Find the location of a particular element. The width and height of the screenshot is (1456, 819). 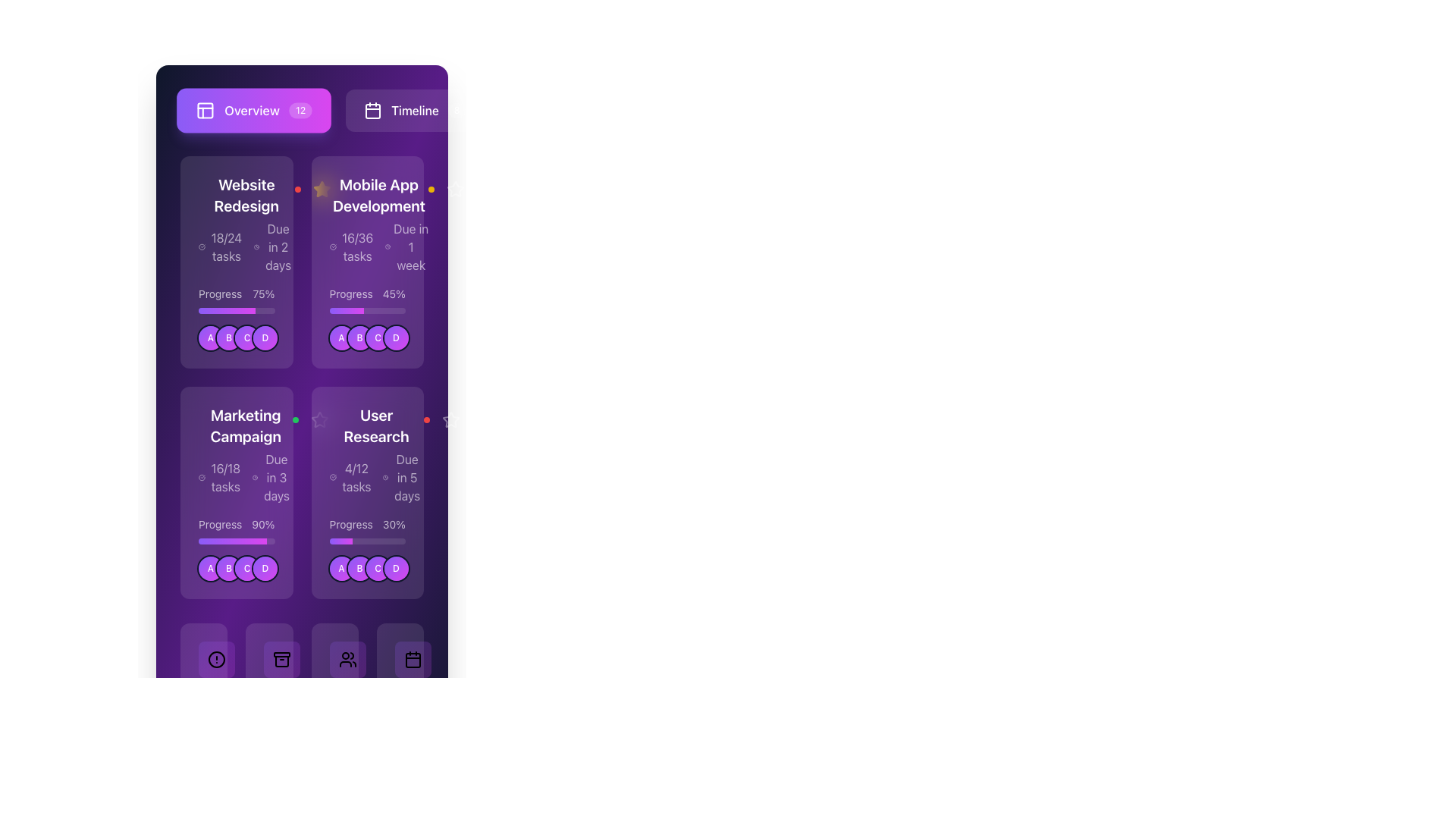

the trash IconButton located in the bottom navigation area is located at coordinates (269, 698).